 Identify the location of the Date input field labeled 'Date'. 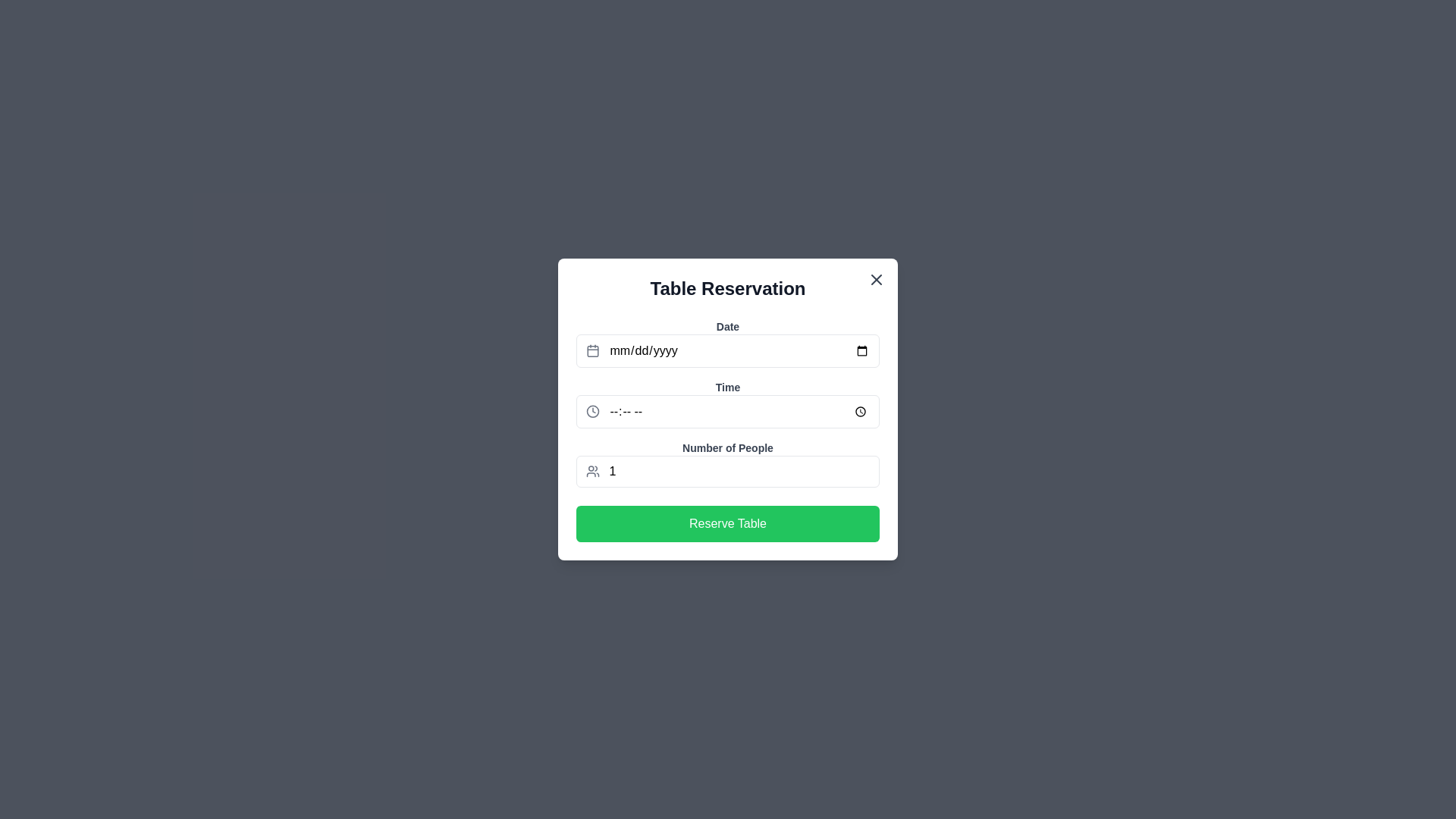
(728, 343).